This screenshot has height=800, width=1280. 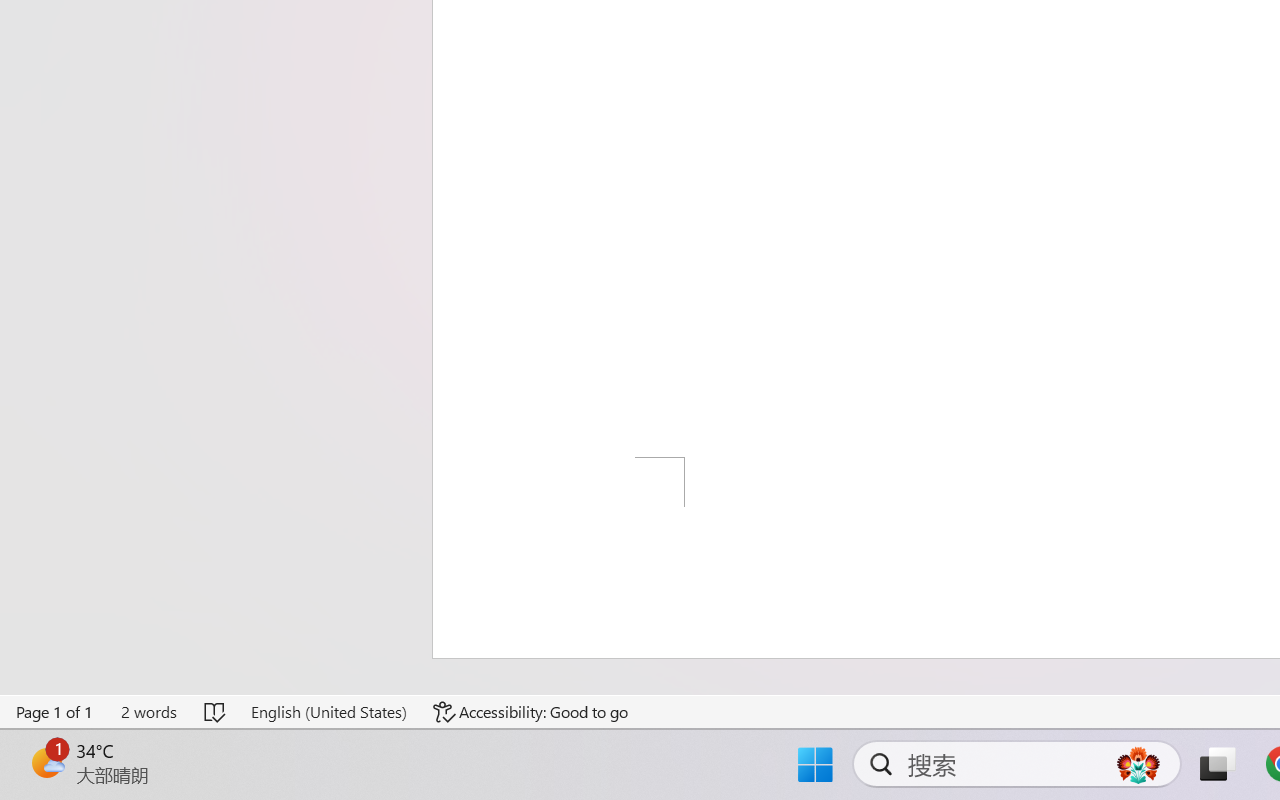 What do you see at coordinates (531, 711) in the screenshot?
I see `'Accessibility Checker Accessibility: Good to go'` at bounding box center [531, 711].